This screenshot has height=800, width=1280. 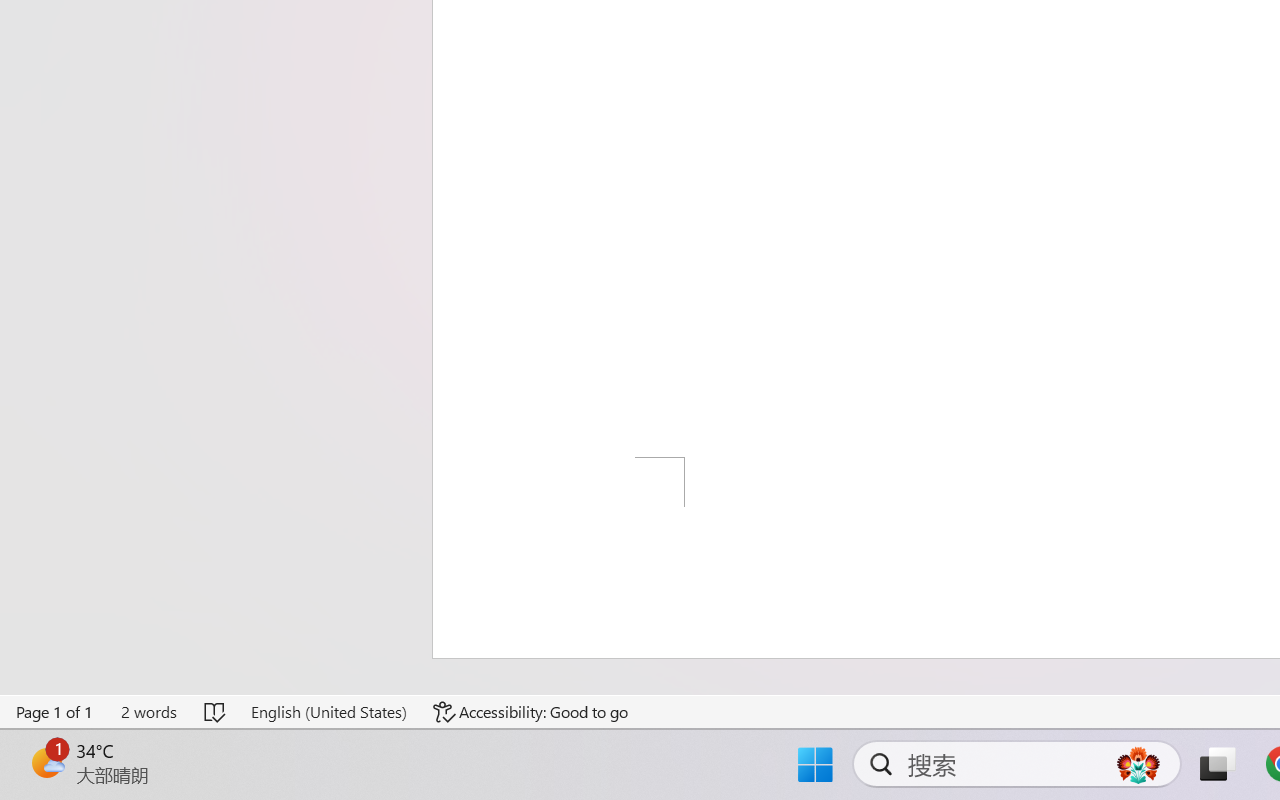 What do you see at coordinates (531, 711) in the screenshot?
I see `'Accessibility Checker Accessibility: Good to go'` at bounding box center [531, 711].